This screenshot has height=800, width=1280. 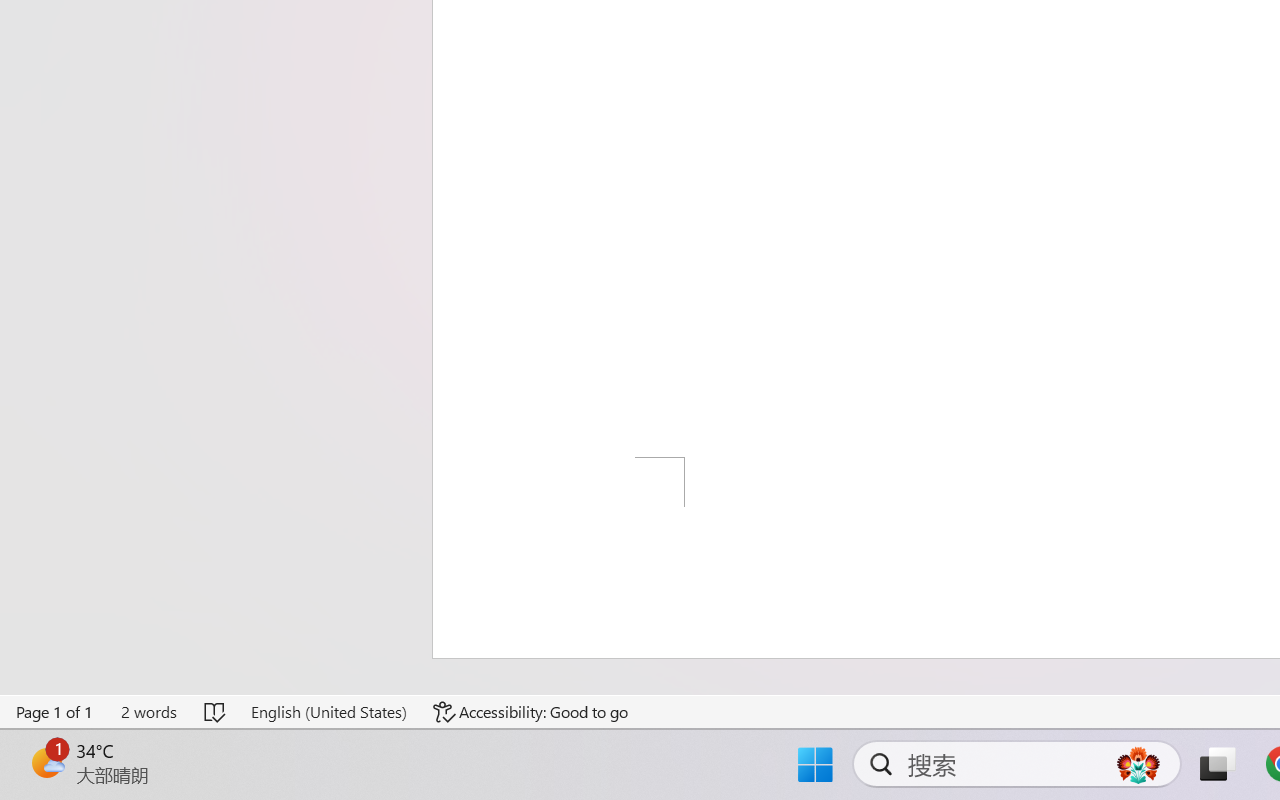 What do you see at coordinates (531, 711) in the screenshot?
I see `'Accessibility Checker Accessibility: Good to go'` at bounding box center [531, 711].